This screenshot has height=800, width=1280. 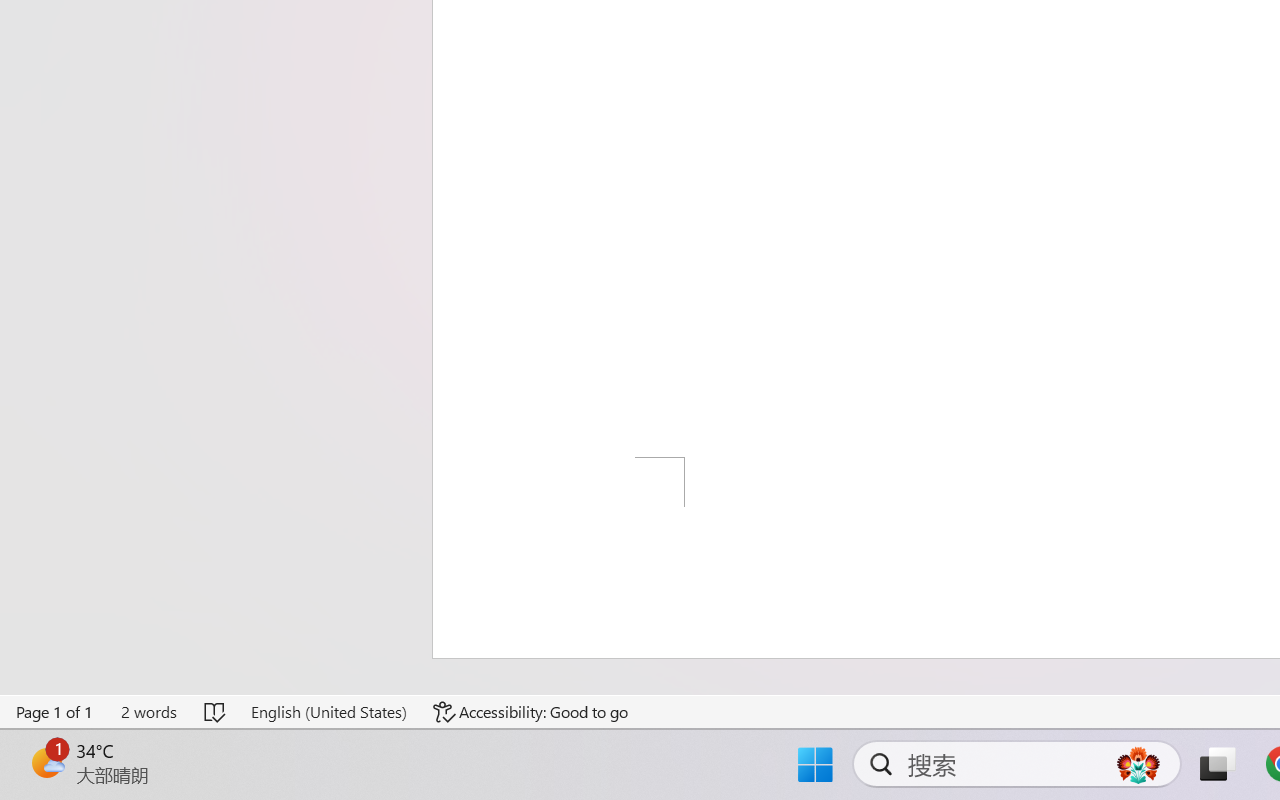 What do you see at coordinates (531, 711) in the screenshot?
I see `'Accessibility Checker Accessibility: Good to go'` at bounding box center [531, 711].